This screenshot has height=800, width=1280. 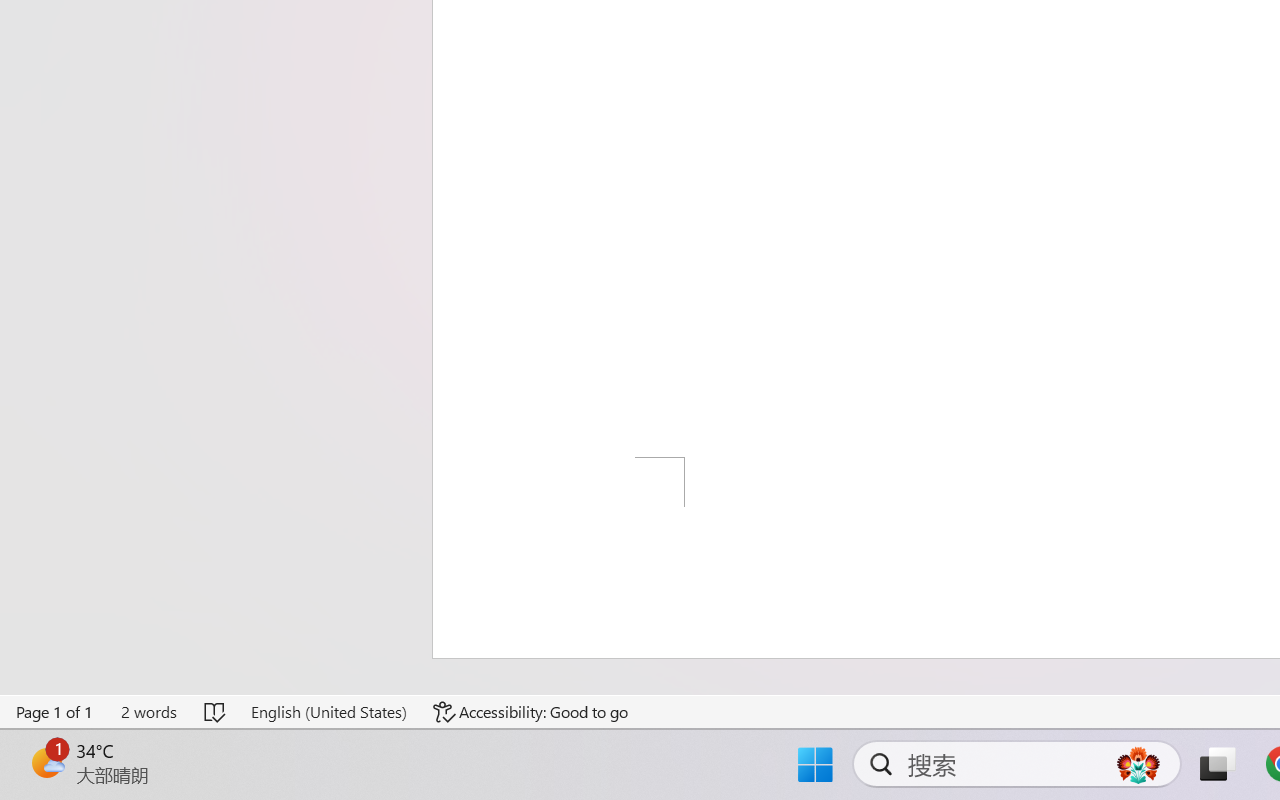 What do you see at coordinates (531, 711) in the screenshot?
I see `'Accessibility Checker Accessibility: Good to go'` at bounding box center [531, 711].